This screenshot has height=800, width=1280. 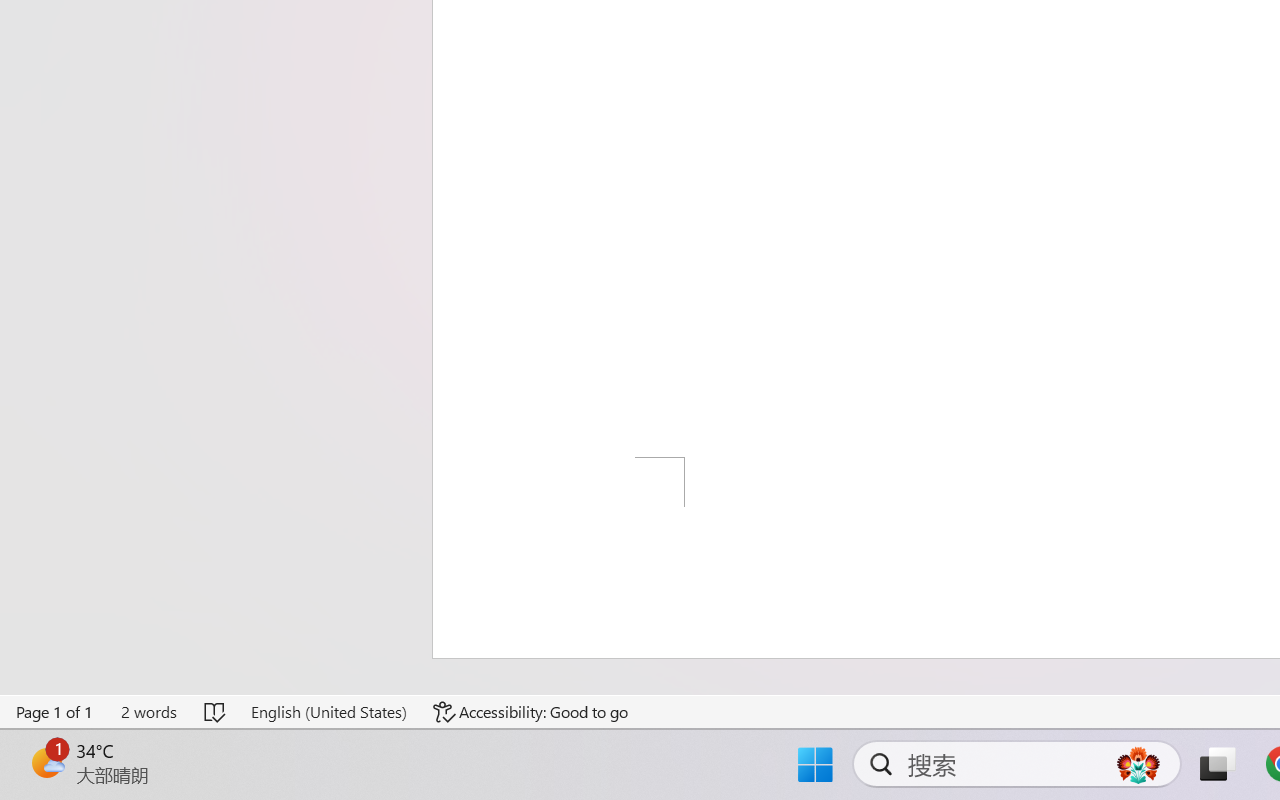 What do you see at coordinates (531, 711) in the screenshot?
I see `'Accessibility Checker Accessibility: Good to go'` at bounding box center [531, 711].